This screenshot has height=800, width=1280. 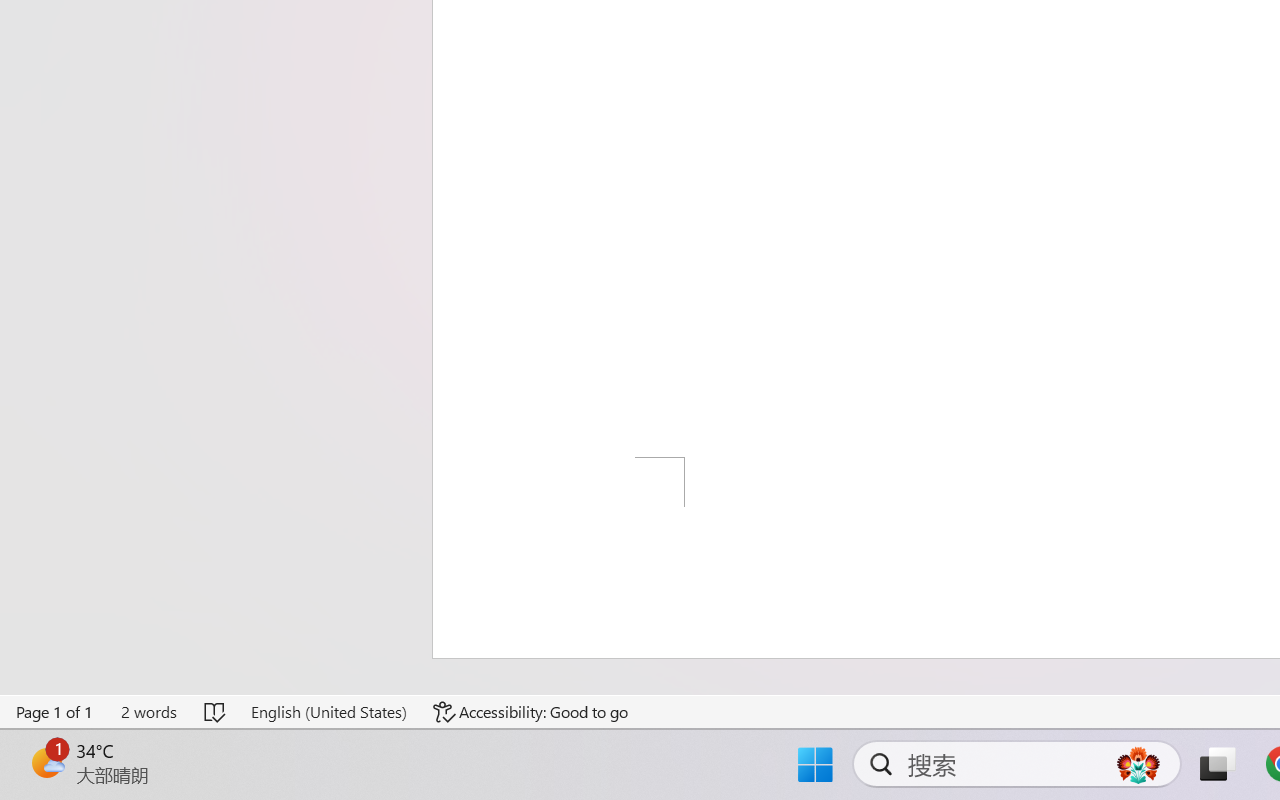 What do you see at coordinates (531, 711) in the screenshot?
I see `'Accessibility Checker Accessibility: Good to go'` at bounding box center [531, 711].